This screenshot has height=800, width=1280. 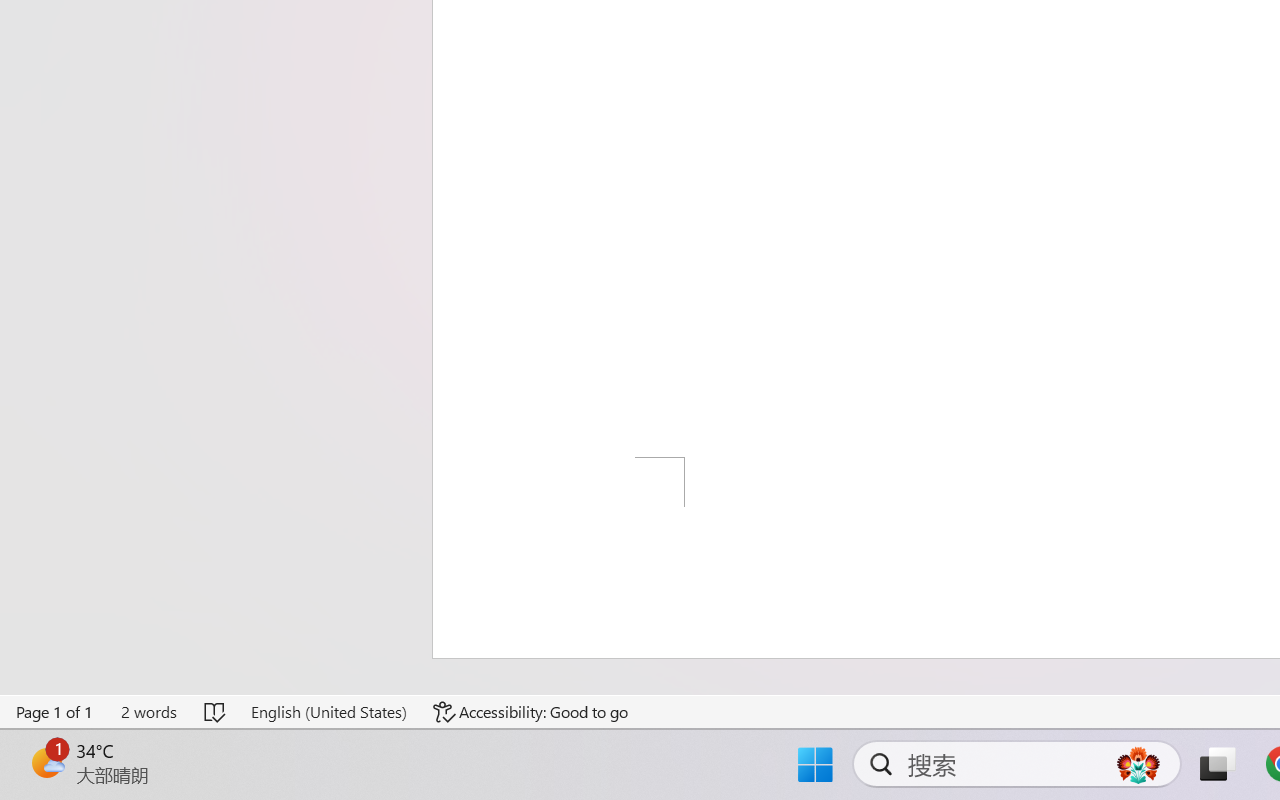 What do you see at coordinates (531, 711) in the screenshot?
I see `'Accessibility Checker Accessibility: Good to go'` at bounding box center [531, 711].